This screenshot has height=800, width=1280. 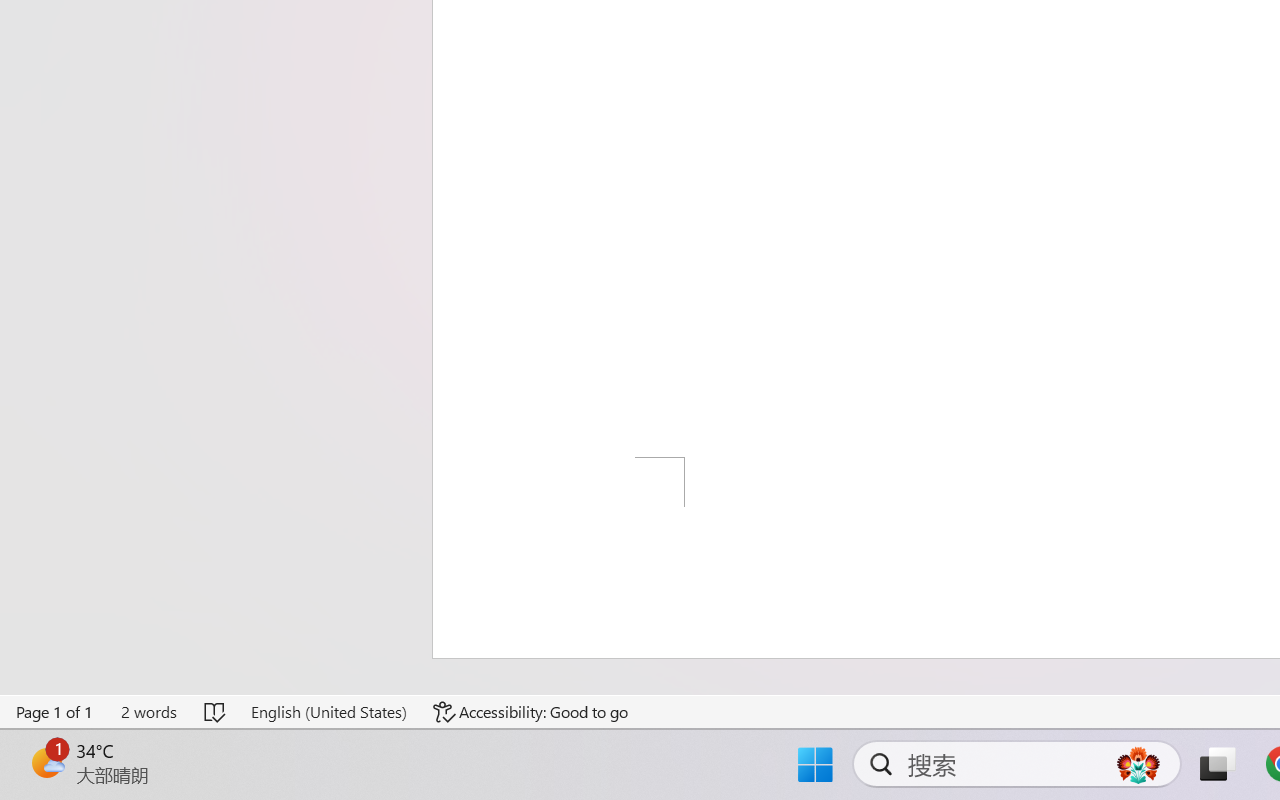 What do you see at coordinates (531, 711) in the screenshot?
I see `'Accessibility Checker Accessibility: Good to go'` at bounding box center [531, 711].